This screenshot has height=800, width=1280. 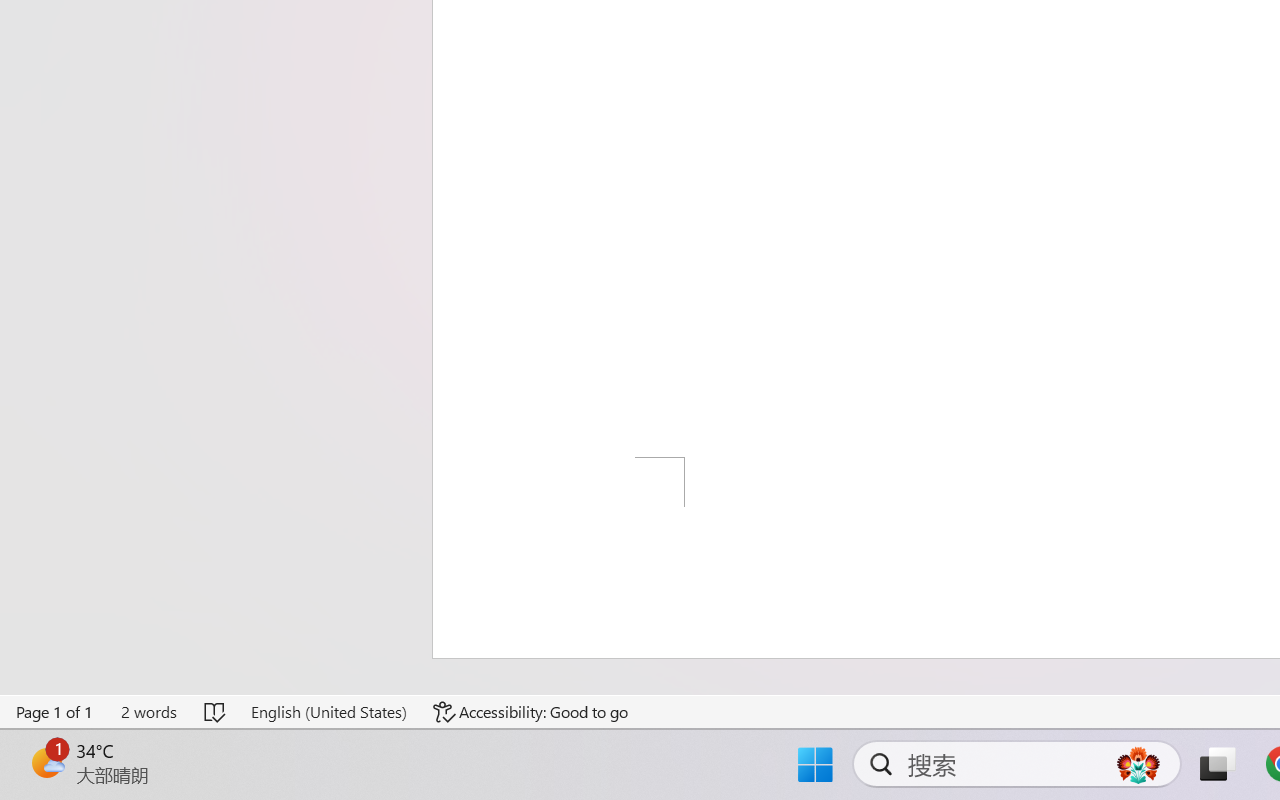 What do you see at coordinates (531, 711) in the screenshot?
I see `'Accessibility Checker Accessibility: Good to go'` at bounding box center [531, 711].